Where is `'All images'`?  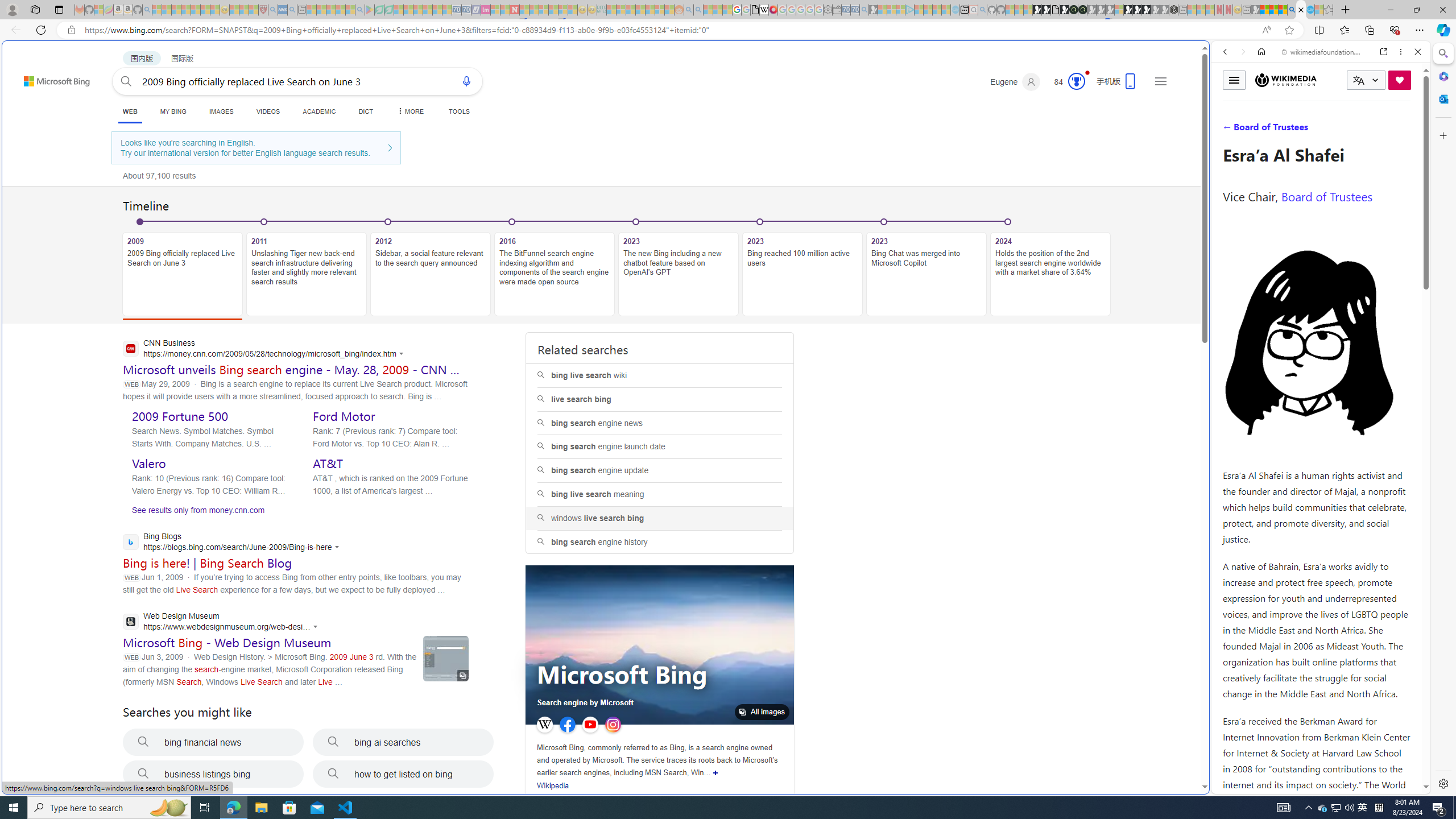
'All images' is located at coordinates (762, 712).